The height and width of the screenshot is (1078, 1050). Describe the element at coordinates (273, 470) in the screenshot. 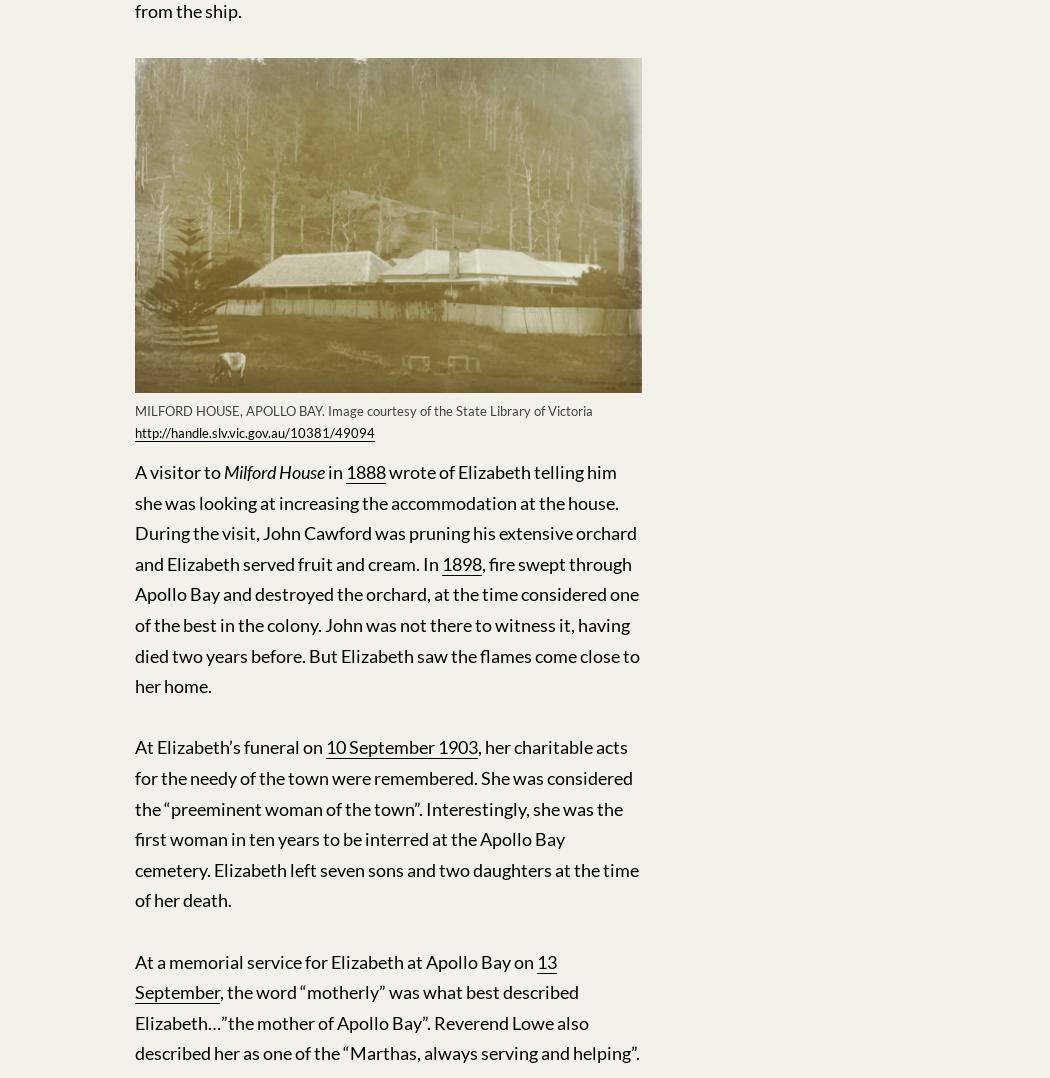

I see `'Milford House'` at that location.